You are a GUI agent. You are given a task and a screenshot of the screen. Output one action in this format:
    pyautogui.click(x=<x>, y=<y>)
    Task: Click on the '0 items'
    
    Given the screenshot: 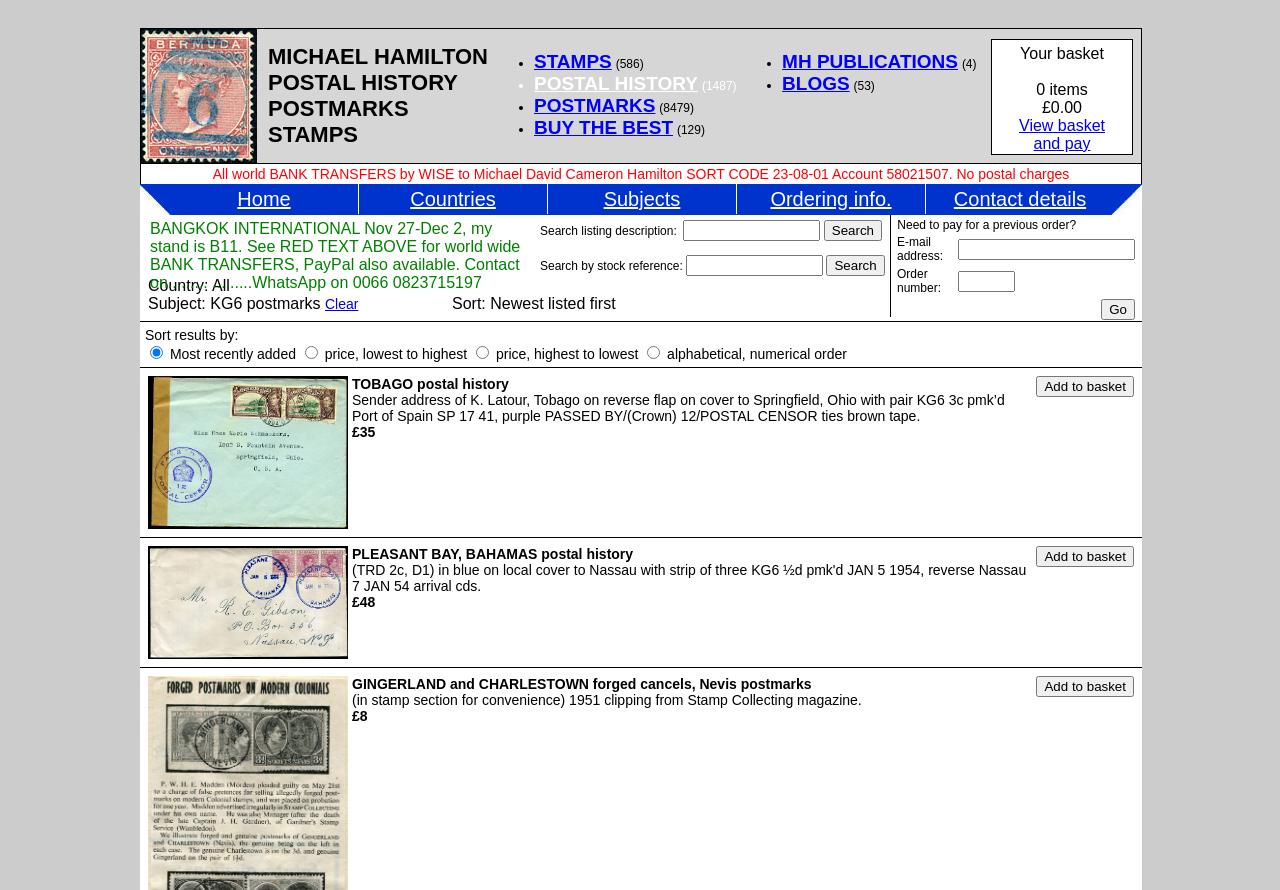 What is the action you would take?
    pyautogui.click(x=1060, y=88)
    